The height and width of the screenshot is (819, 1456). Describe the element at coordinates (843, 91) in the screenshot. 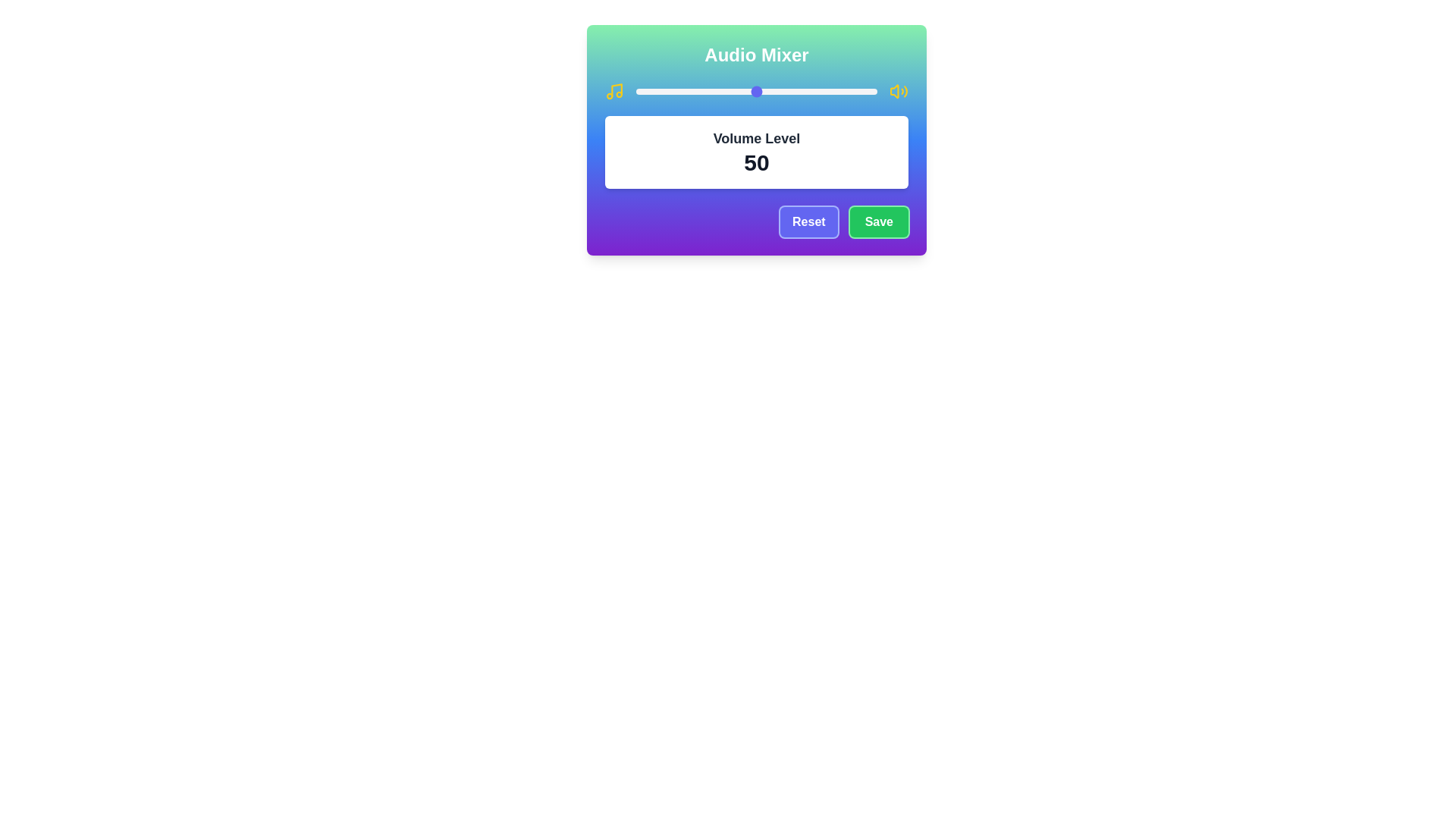

I see `the volume level` at that location.